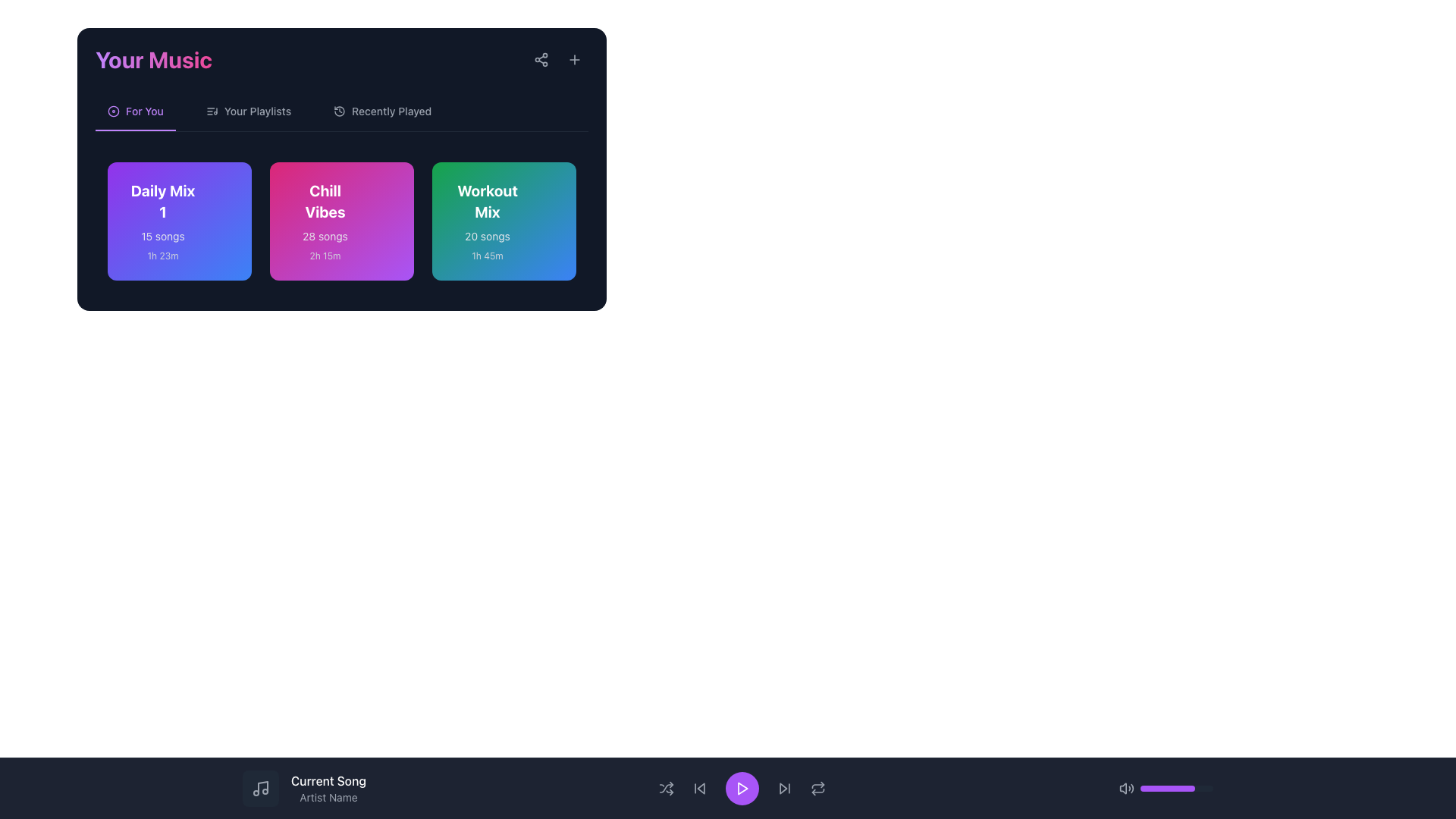 This screenshot has height=819, width=1456. I want to click on the 'Daily Mix 1' playlist card located under the 'For You' tab in the 'Your Music' section, so click(163, 221).